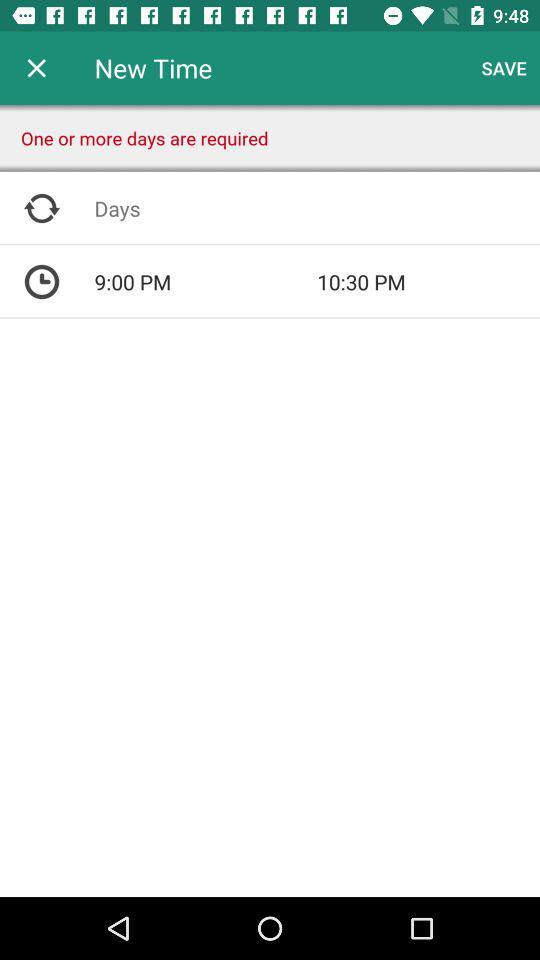 This screenshot has width=540, height=960. I want to click on item next to the 10:30 pm, so click(204, 281).